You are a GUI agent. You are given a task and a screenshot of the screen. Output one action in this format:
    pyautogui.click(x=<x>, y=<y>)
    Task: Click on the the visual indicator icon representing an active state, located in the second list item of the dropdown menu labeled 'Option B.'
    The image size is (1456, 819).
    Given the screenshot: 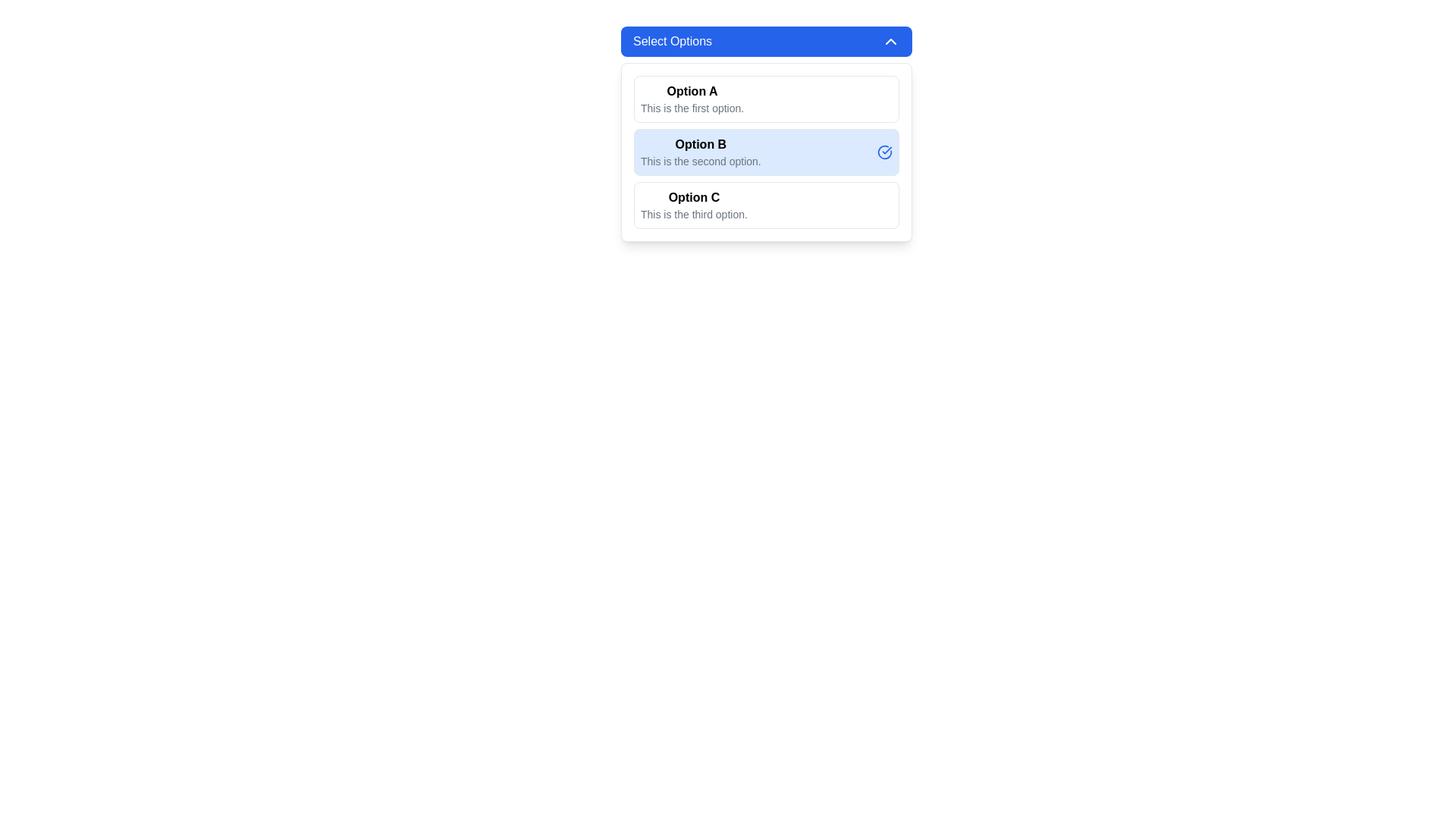 What is the action you would take?
    pyautogui.click(x=884, y=152)
    